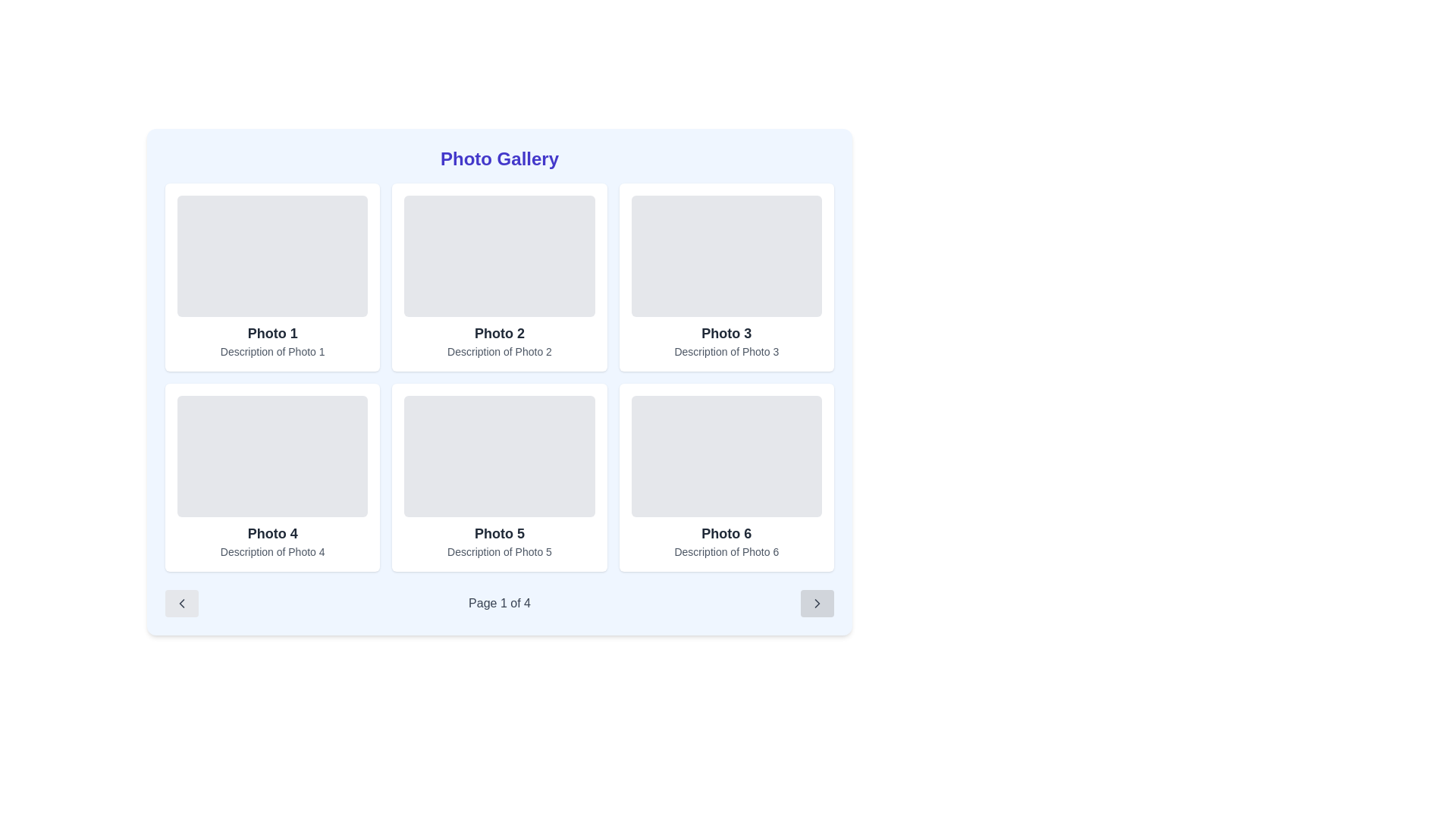  What do you see at coordinates (816, 602) in the screenshot?
I see `the navigation button located at the far right of the footer navigation bar below the photo grid to change its background color` at bounding box center [816, 602].